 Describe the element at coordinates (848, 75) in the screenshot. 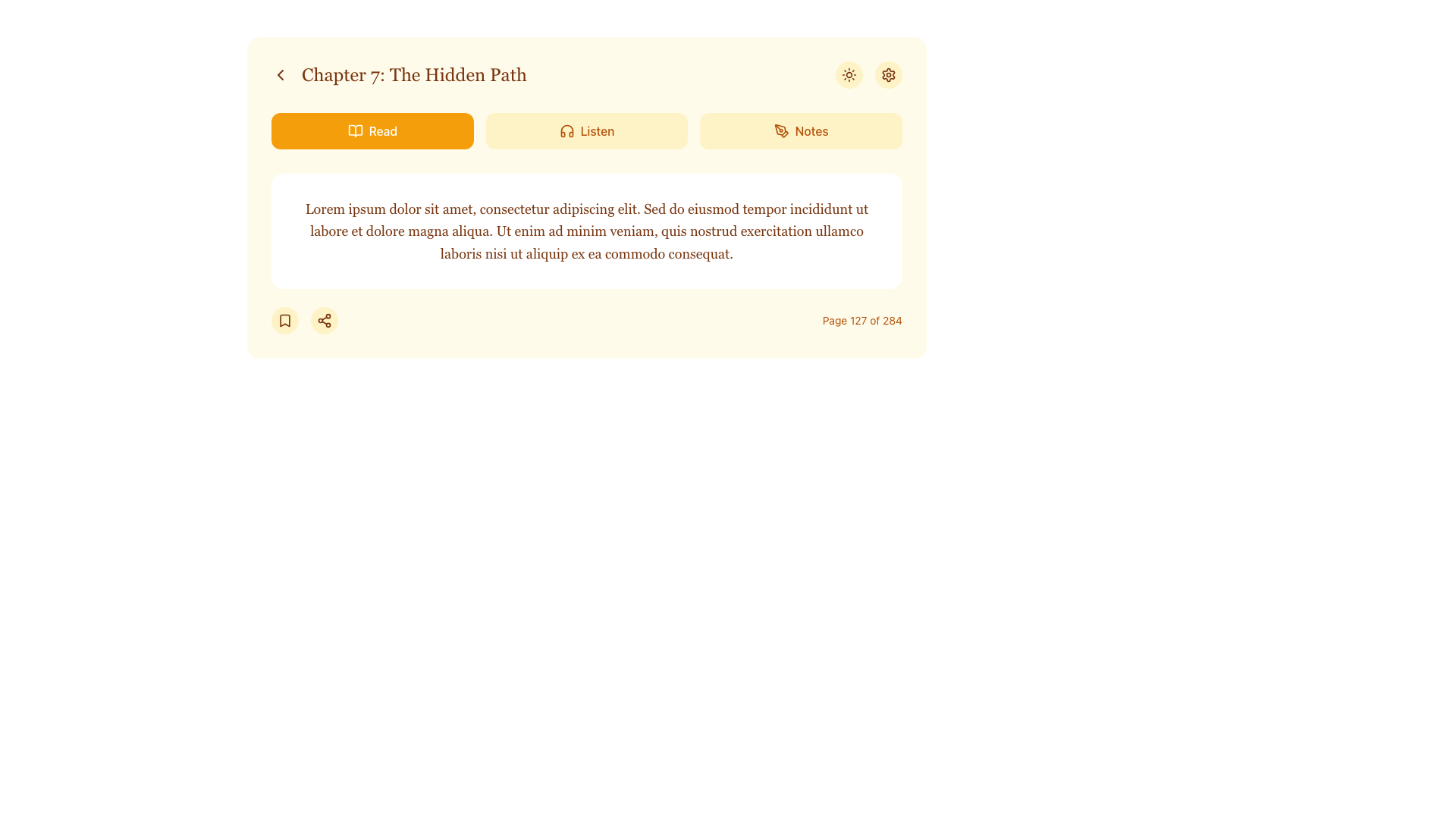

I see `the circular sun-shaped icon with rays, which is the second icon from the right in a horizontal group` at that location.